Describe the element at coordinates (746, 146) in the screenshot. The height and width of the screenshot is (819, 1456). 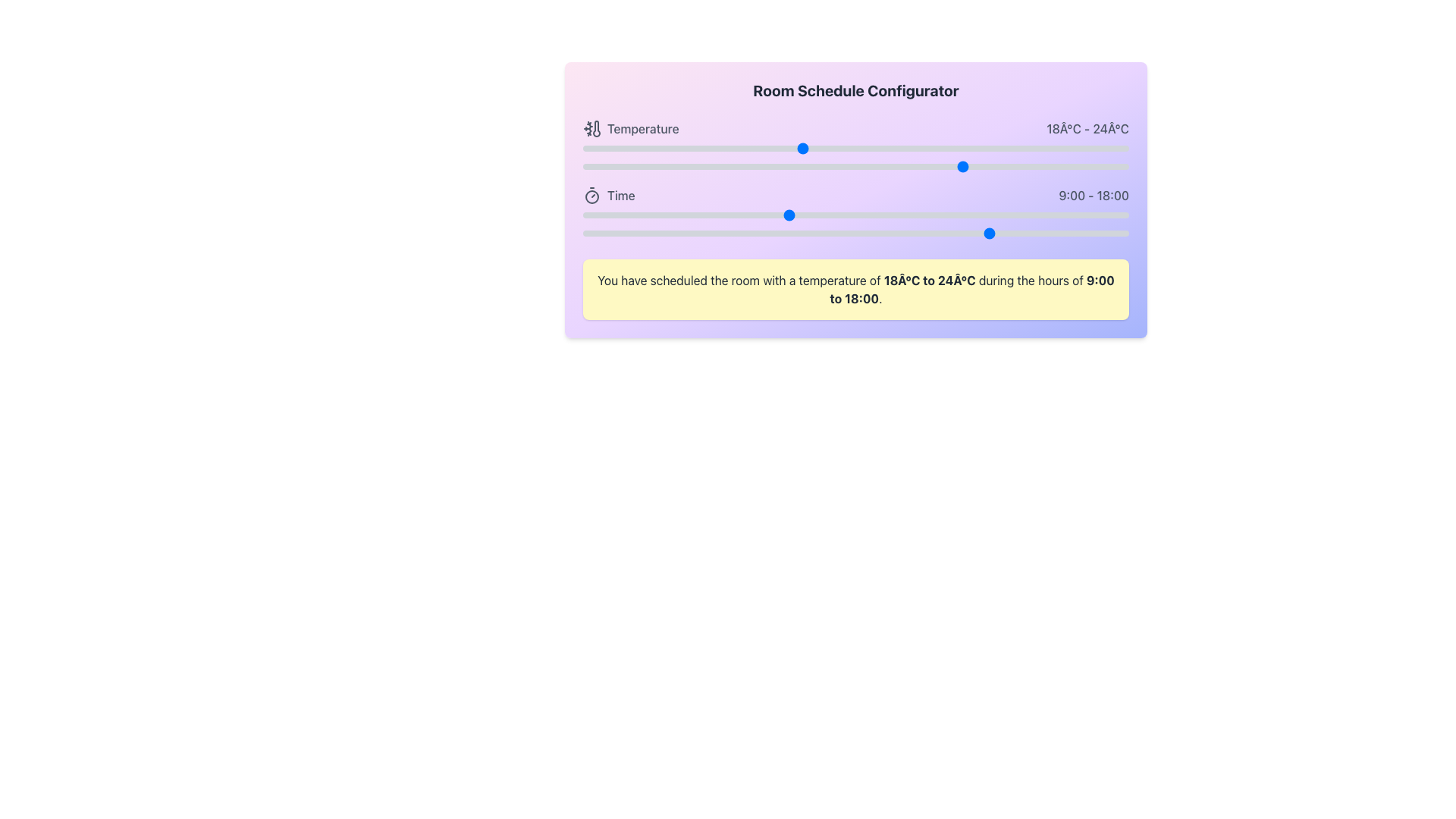
I see `the slider` at that location.